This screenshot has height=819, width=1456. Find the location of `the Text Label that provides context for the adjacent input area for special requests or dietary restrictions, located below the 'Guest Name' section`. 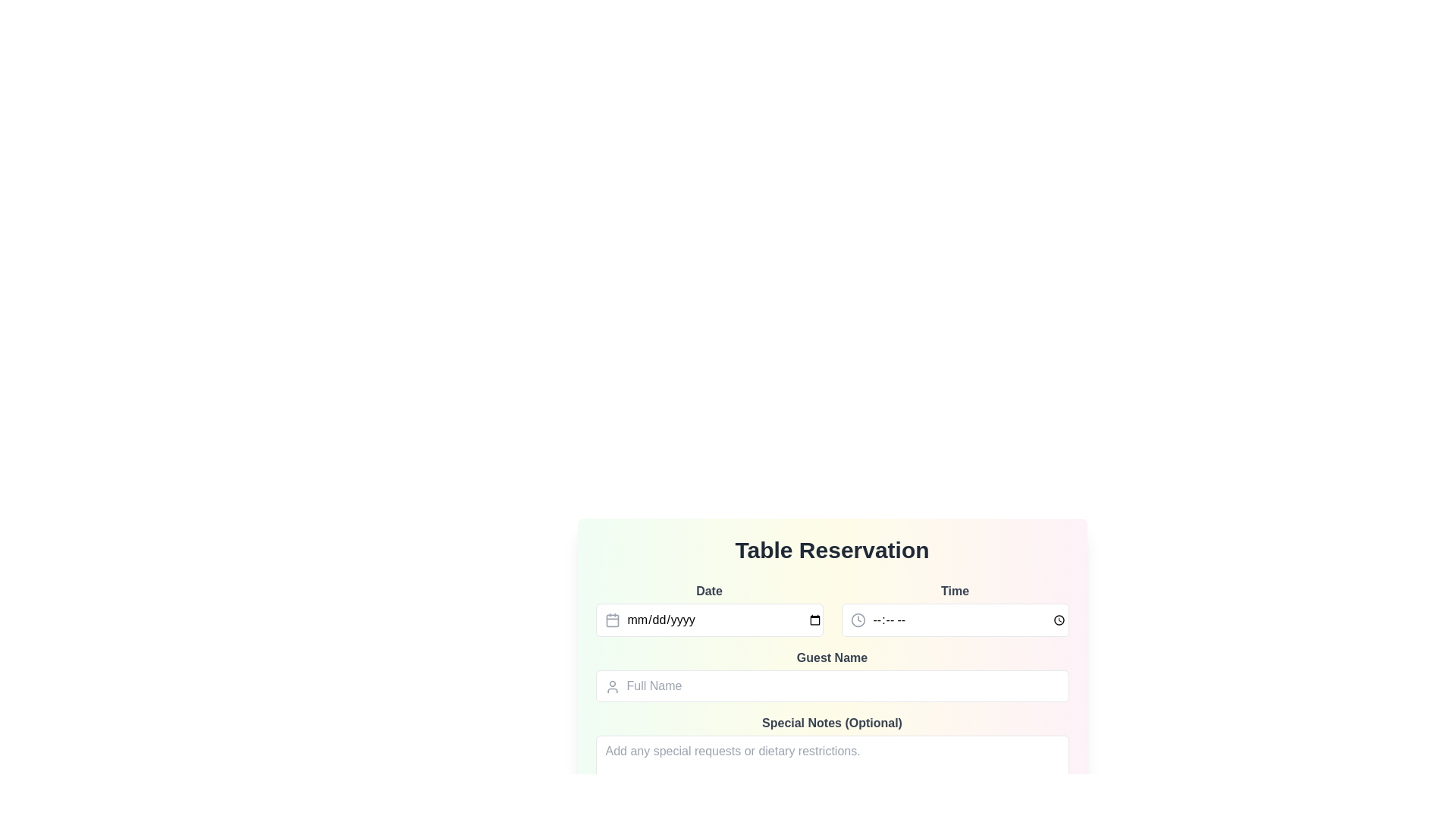

the Text Label that provides context for the adjacent input area for special requests or dietary restrictions, located below the 'Guest Name' section is located at coordinates (831, 722).